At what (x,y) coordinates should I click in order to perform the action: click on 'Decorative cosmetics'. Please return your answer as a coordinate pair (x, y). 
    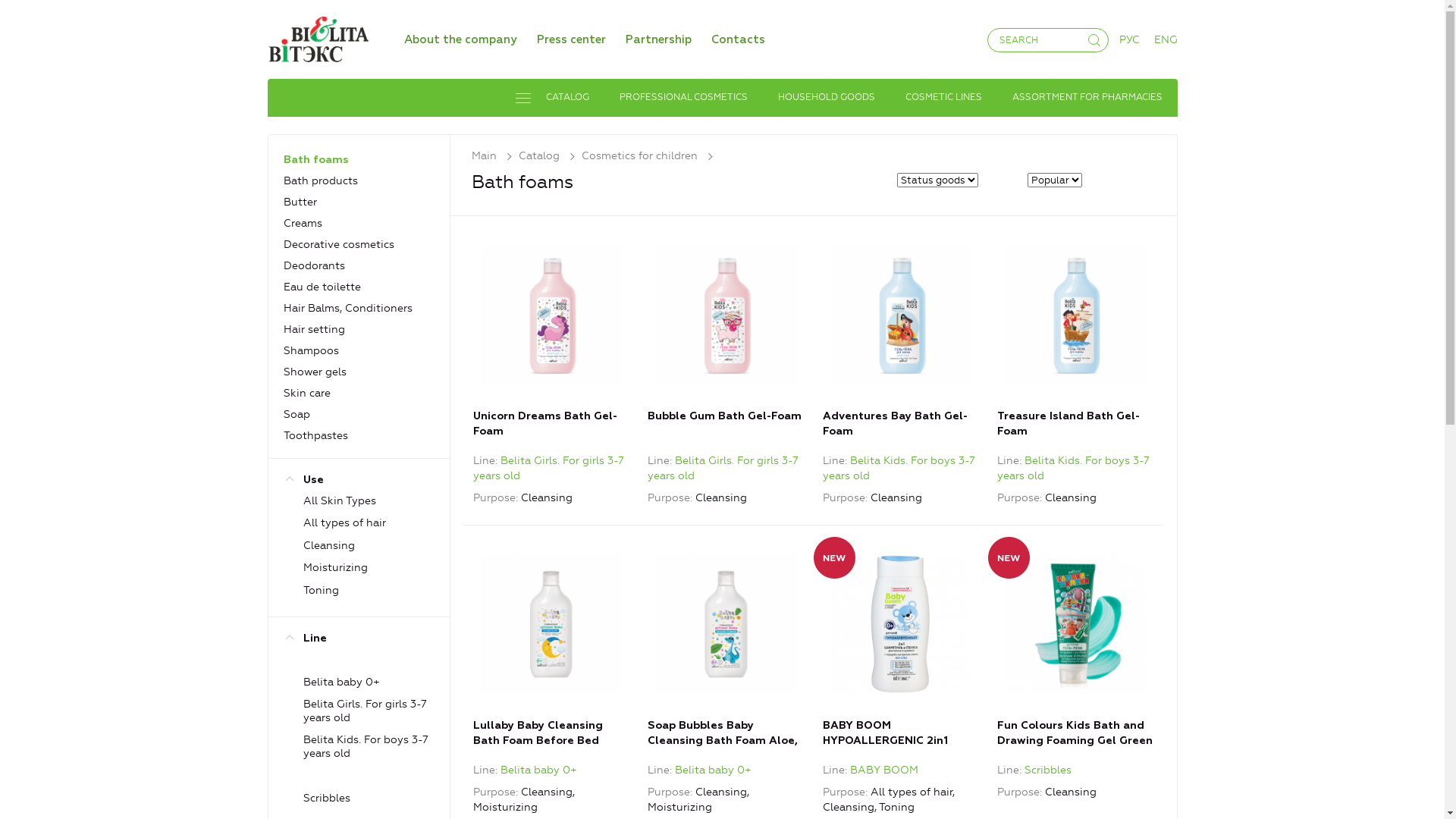
    Looking at the image, I should click on (337, 243).